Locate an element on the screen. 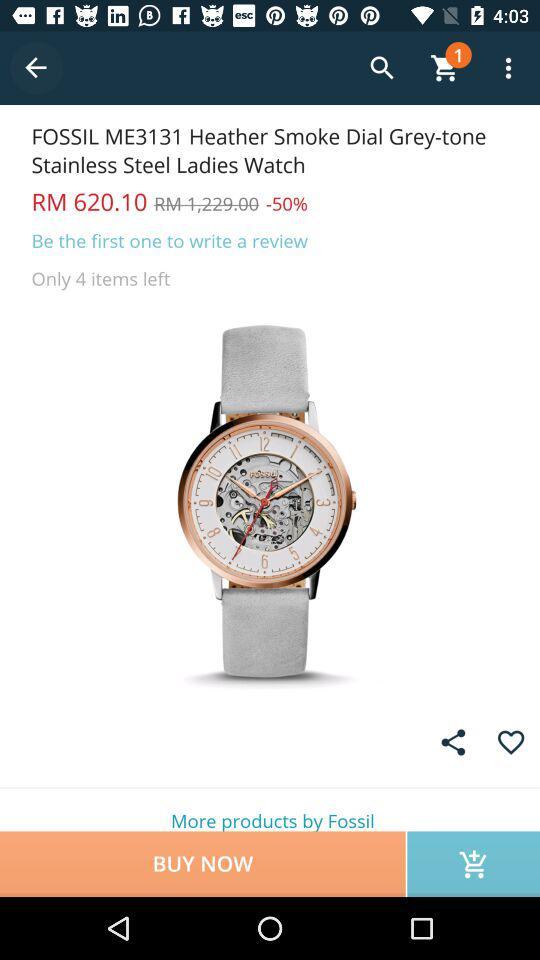 The height and width of the screenshot is (960, 540). the share icon is located at coordinates (453, 741).